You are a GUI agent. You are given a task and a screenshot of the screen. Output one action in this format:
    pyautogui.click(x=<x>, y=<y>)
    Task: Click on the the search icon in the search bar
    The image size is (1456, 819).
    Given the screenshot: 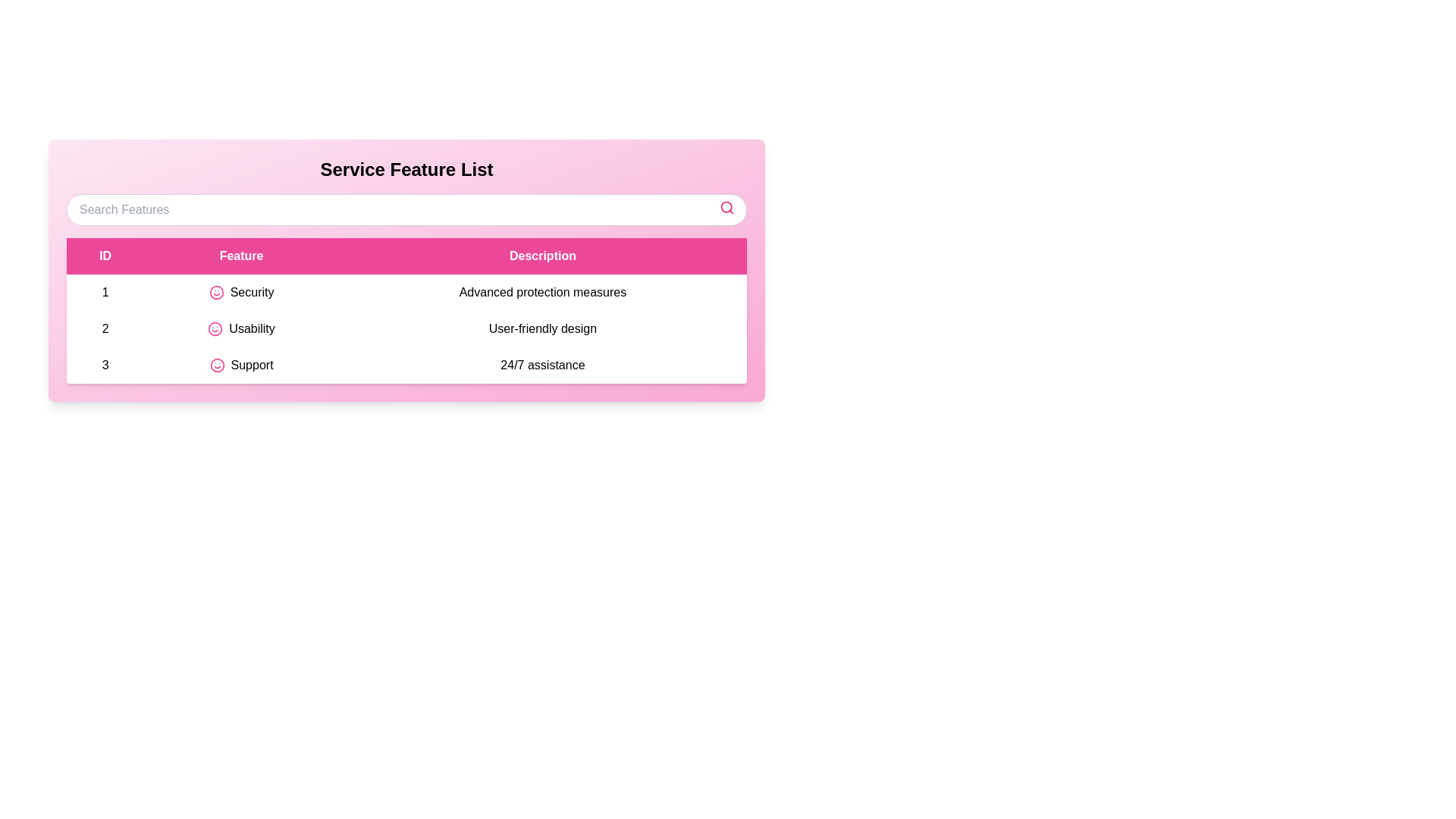 What is the action you would take?
    pyautogui.click(x=726, y=207)
    